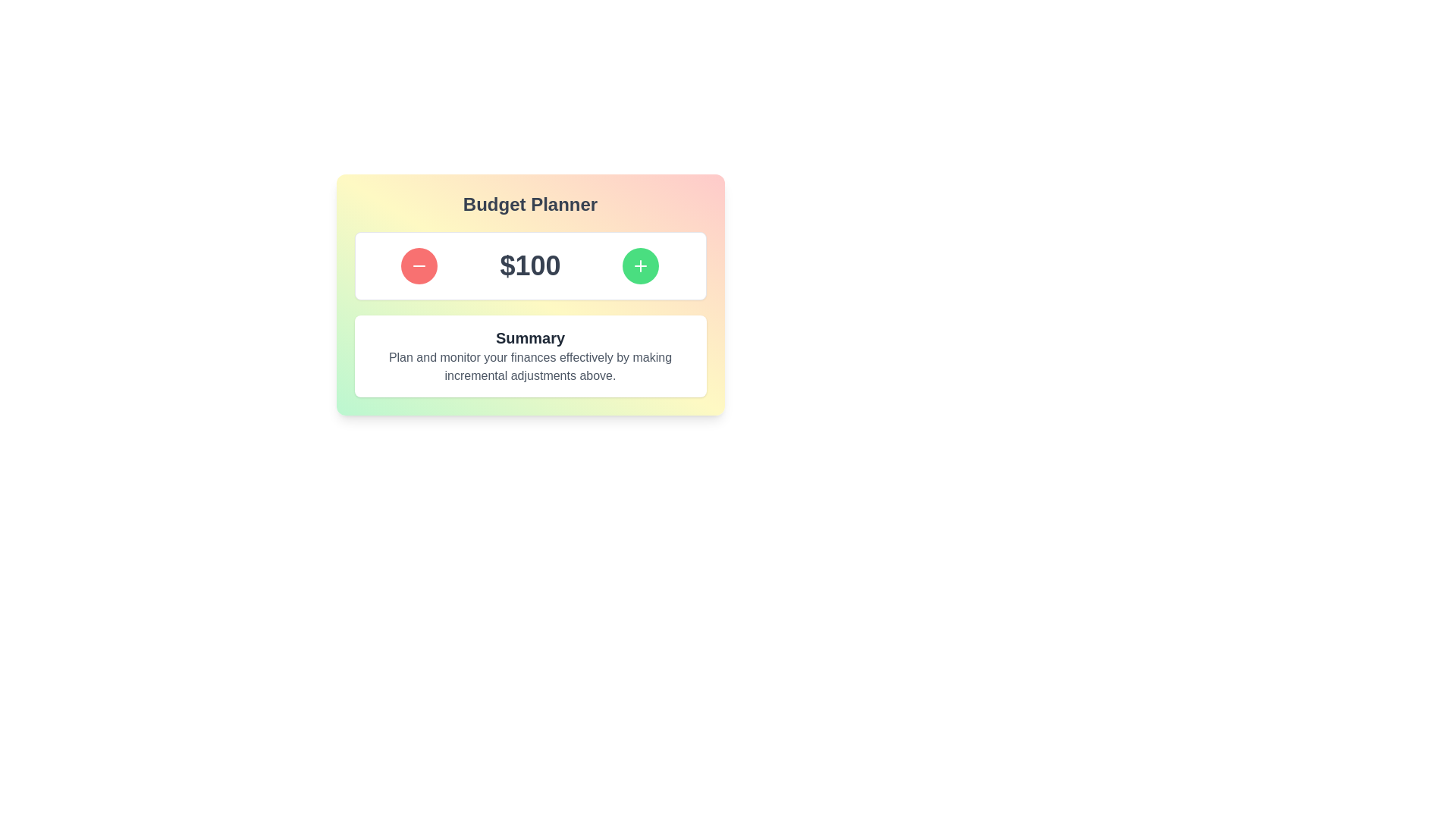 The height and width of the screenshot is (819, 1456). Describe the element at coordinates (530, 356) in the screenshot. I see `the Informational card that explains the budgeting tool, located centrally below the '$100' balance display in the 'Budget Planner' card` at that location.